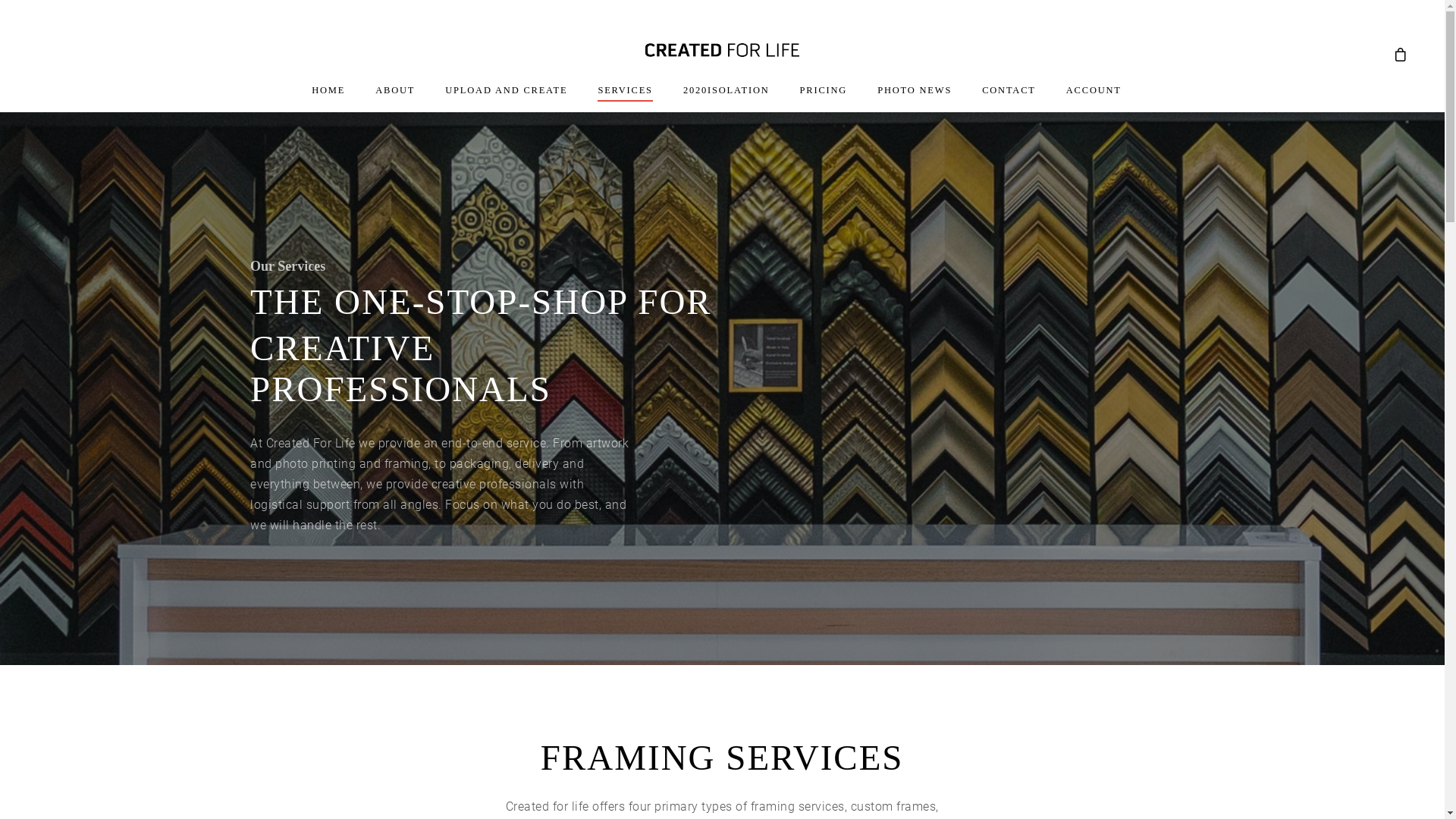 The width and height of the screenshot is (1456, 819). What do you see at coordinates (1009, 98) in the screenshot?
I see `'CONTACT'` at bounding box center [1009, 98].